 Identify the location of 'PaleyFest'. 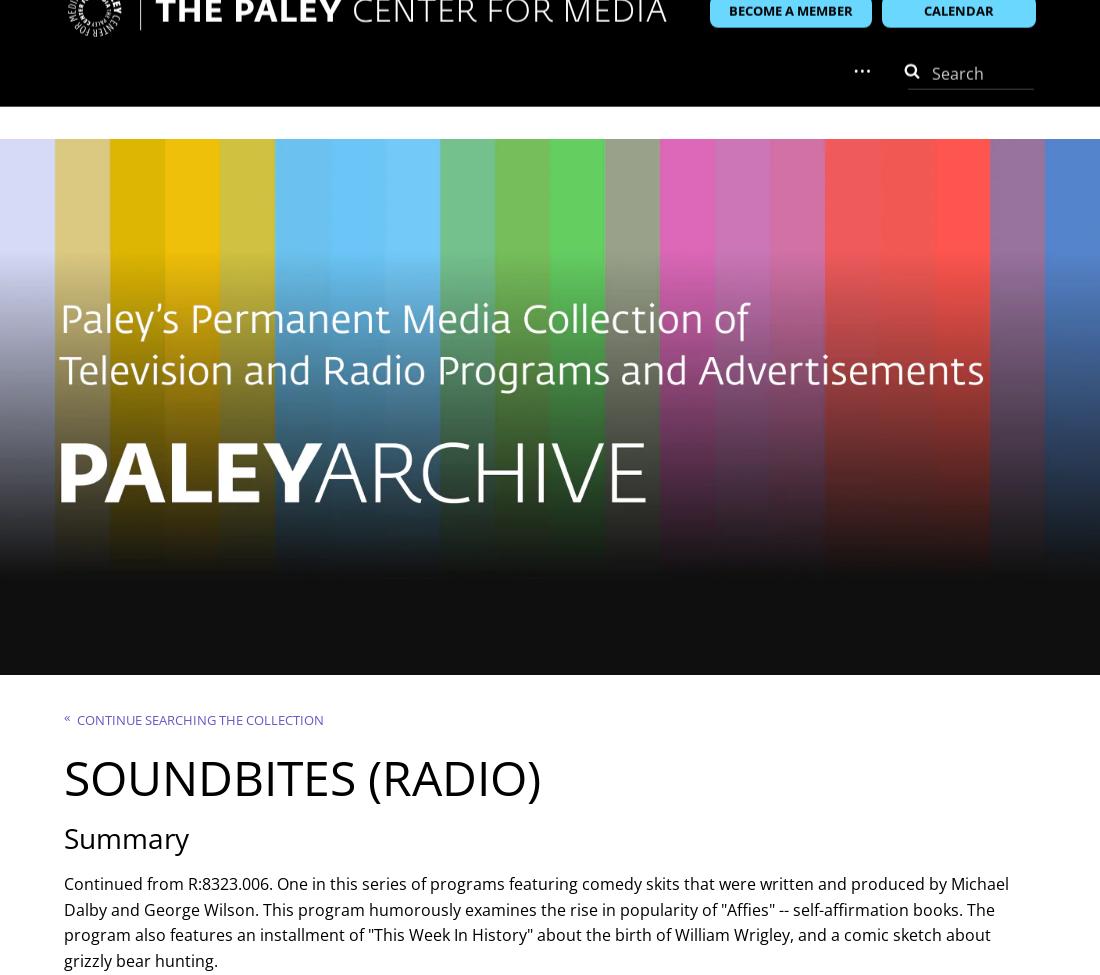
(371, 101).